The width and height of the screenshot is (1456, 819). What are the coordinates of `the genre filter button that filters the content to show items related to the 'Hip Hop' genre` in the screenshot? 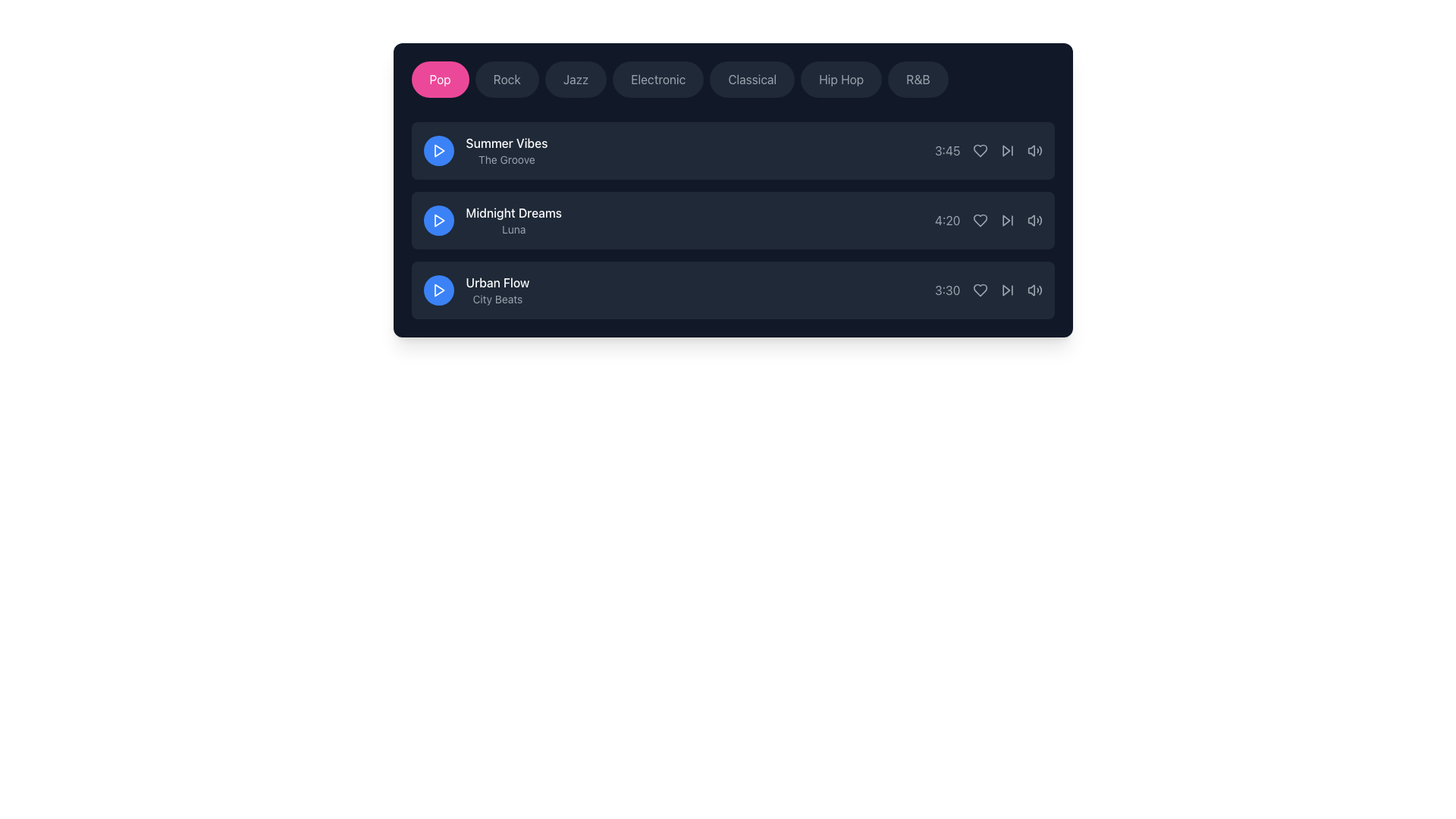 It's located at (840, 79).